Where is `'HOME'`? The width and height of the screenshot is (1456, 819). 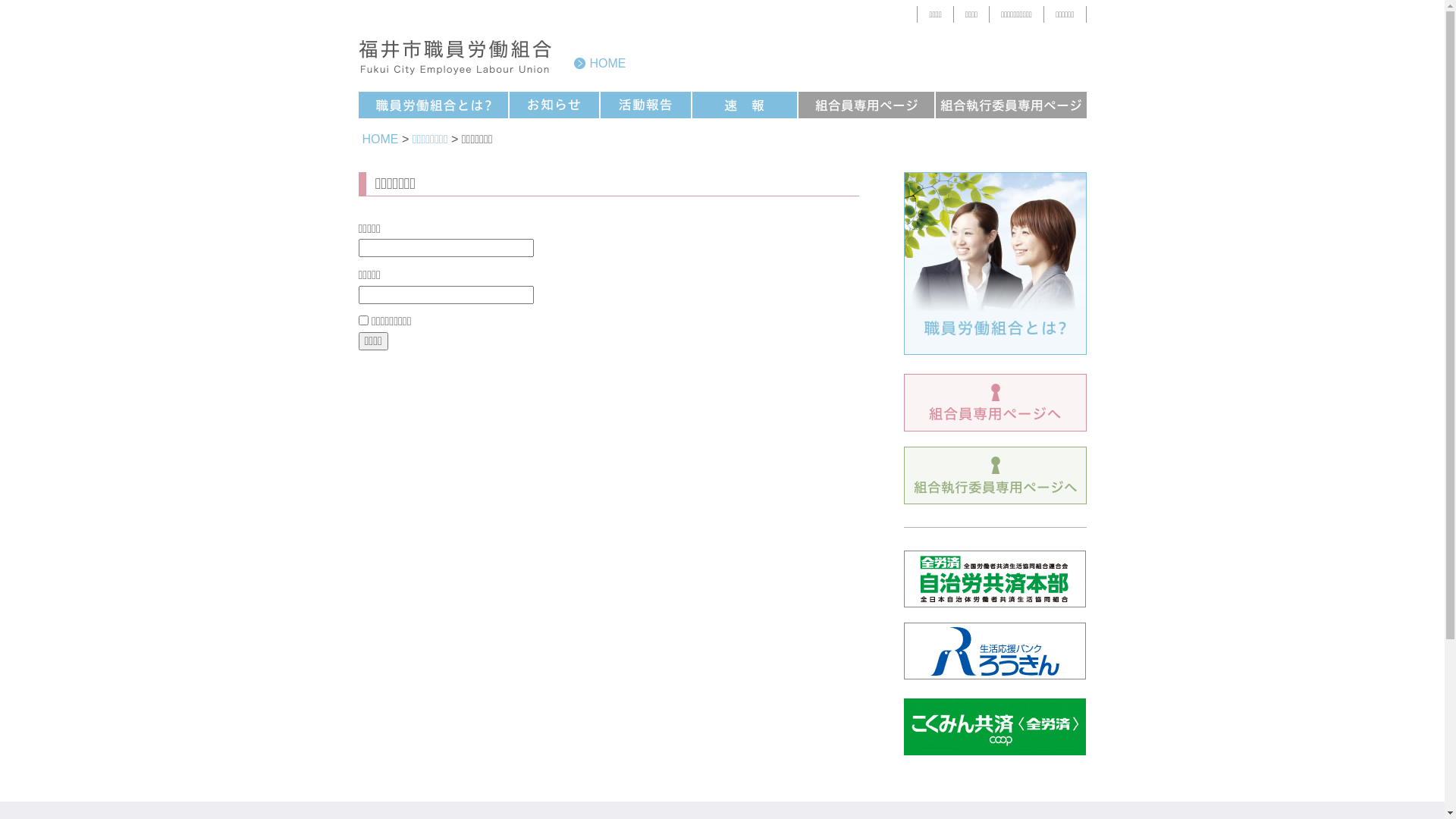
'HOME' is located at coordinates (381, 139).